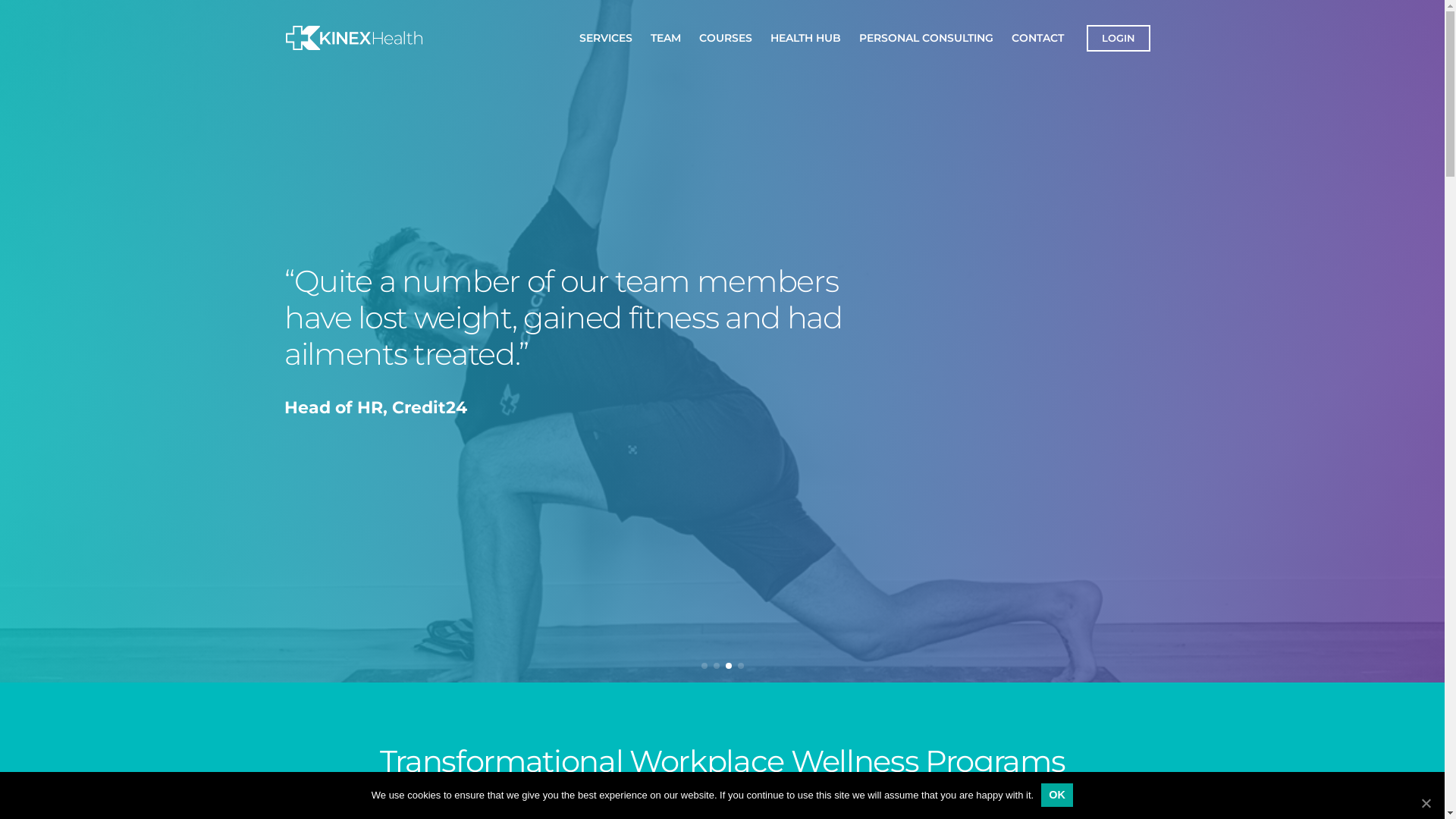  What do you see at coordinates (805, 36) in the screenshot?
I see `'HEALTH HUB'` at bounding box center [805, 36].